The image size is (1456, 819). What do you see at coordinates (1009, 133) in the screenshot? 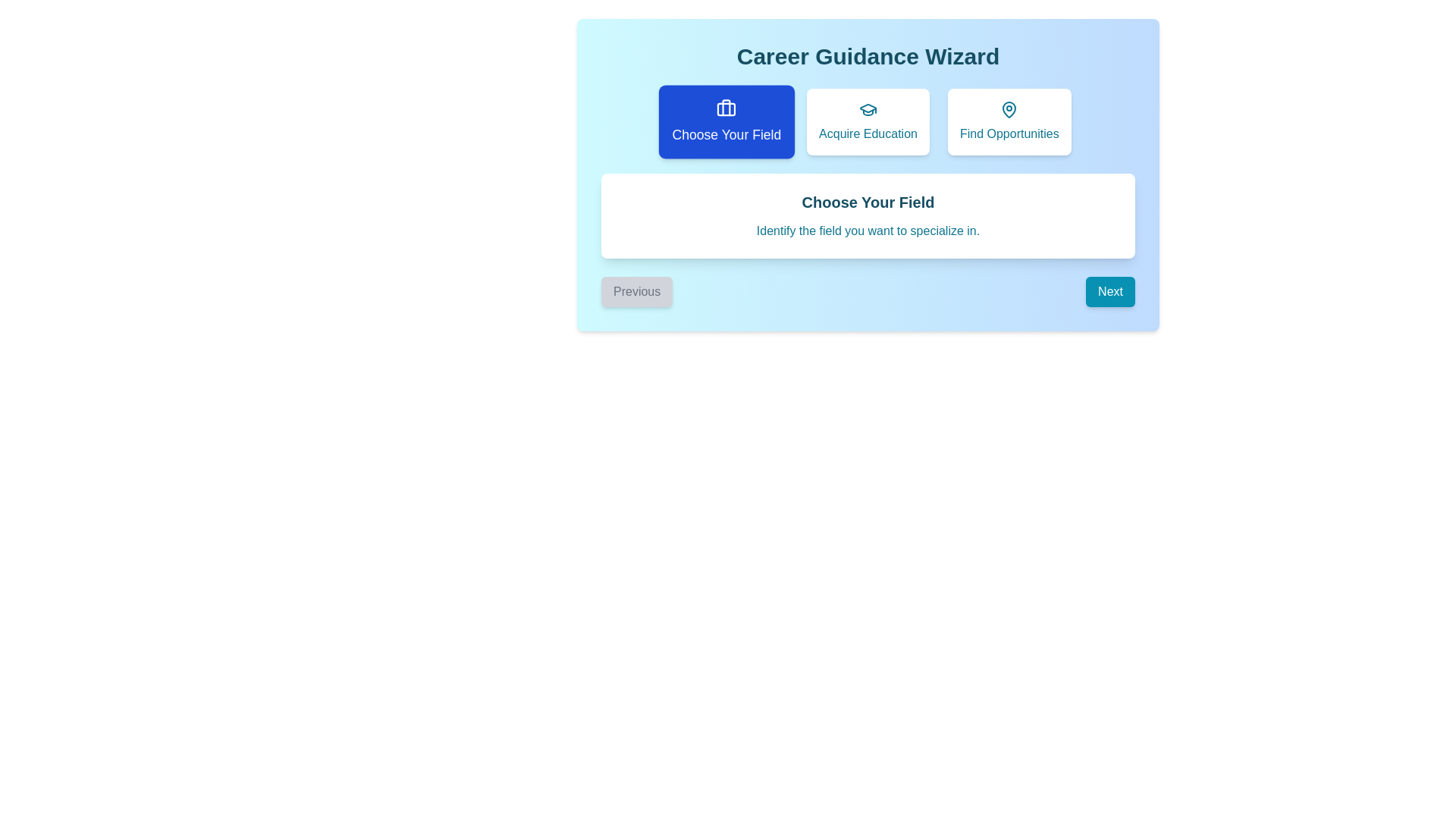
I see `the 'Find Opportunities' text label element, which is styled in medium-weight font and is part of a group of options within a card-like element` at bounding box center [1009, 133].